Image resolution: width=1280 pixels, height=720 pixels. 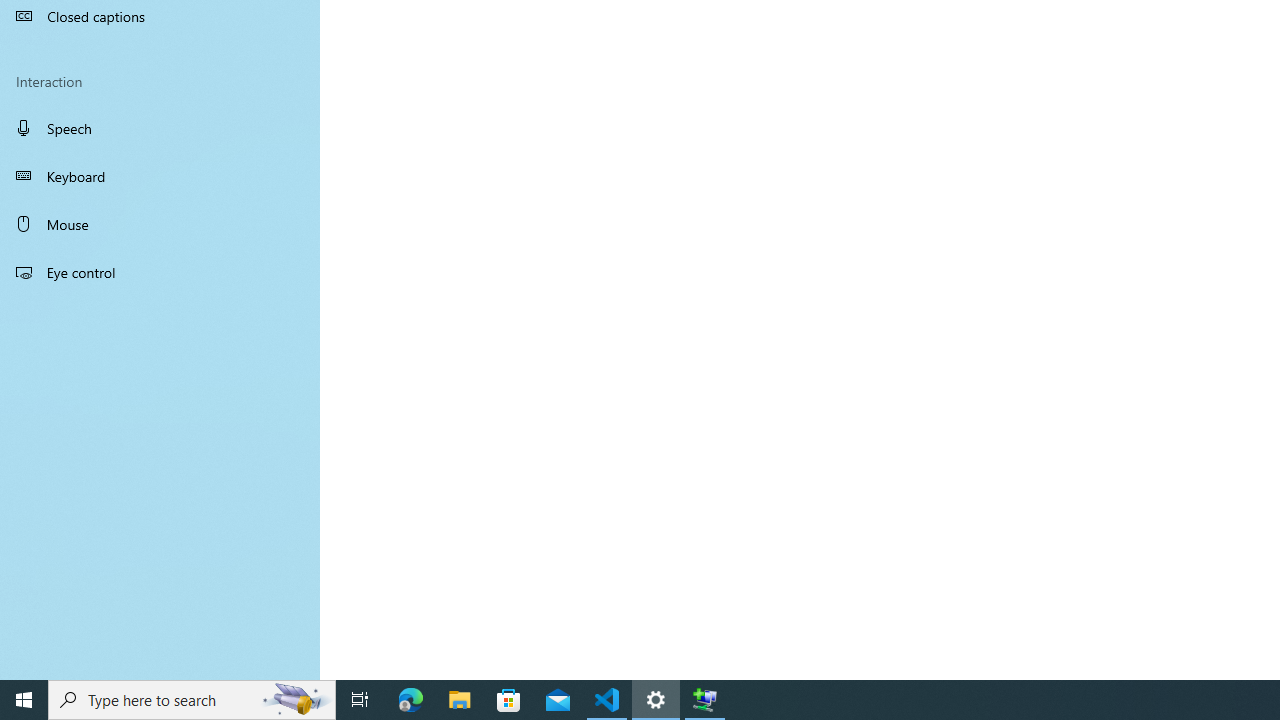 What do you see at coordinates (359, 698) in the screenshot?
I see `'Task View'` at bounding box center [359, 698].